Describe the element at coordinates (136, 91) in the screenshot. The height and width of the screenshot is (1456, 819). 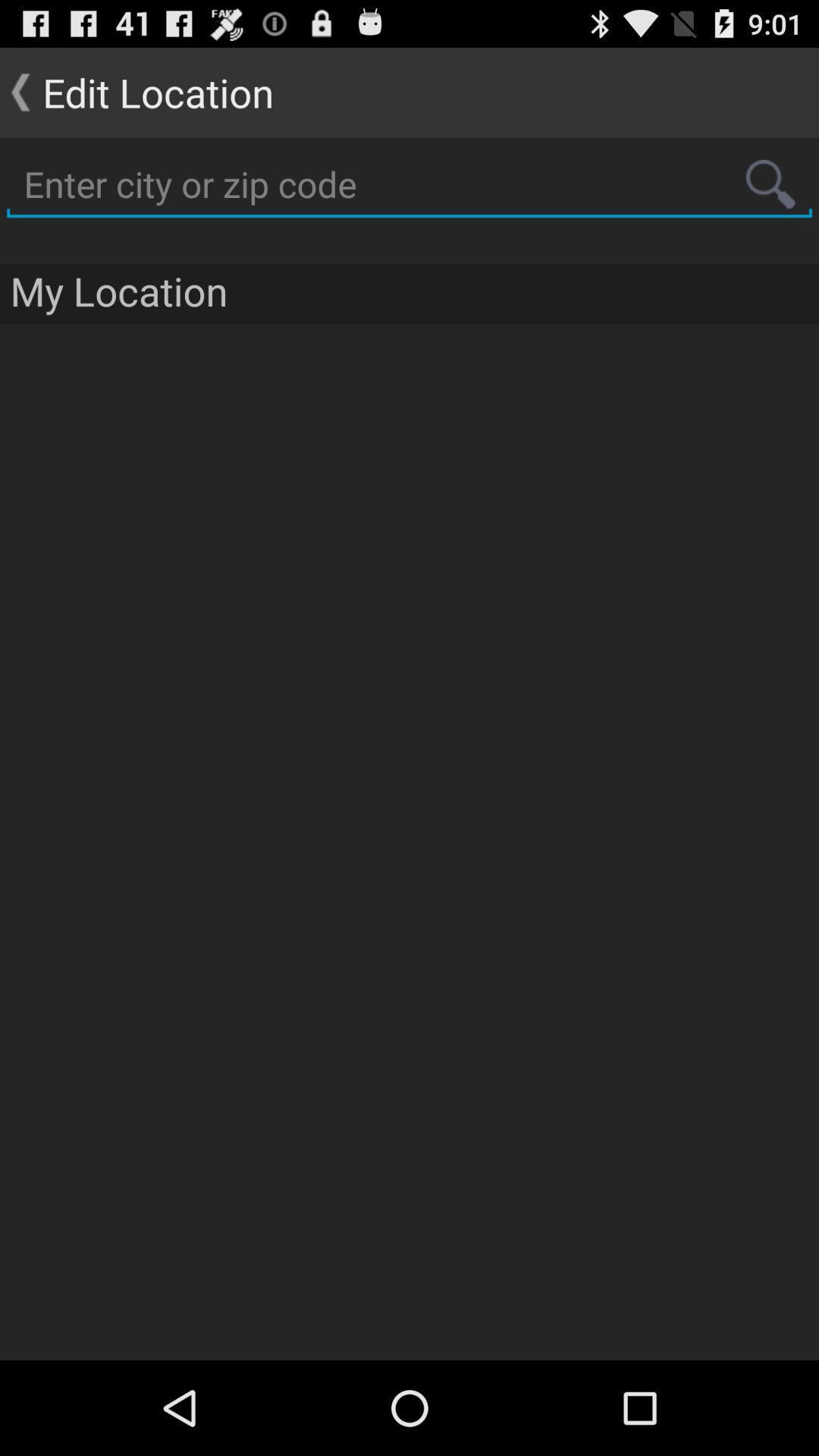
I see `the edit location item` at that location.